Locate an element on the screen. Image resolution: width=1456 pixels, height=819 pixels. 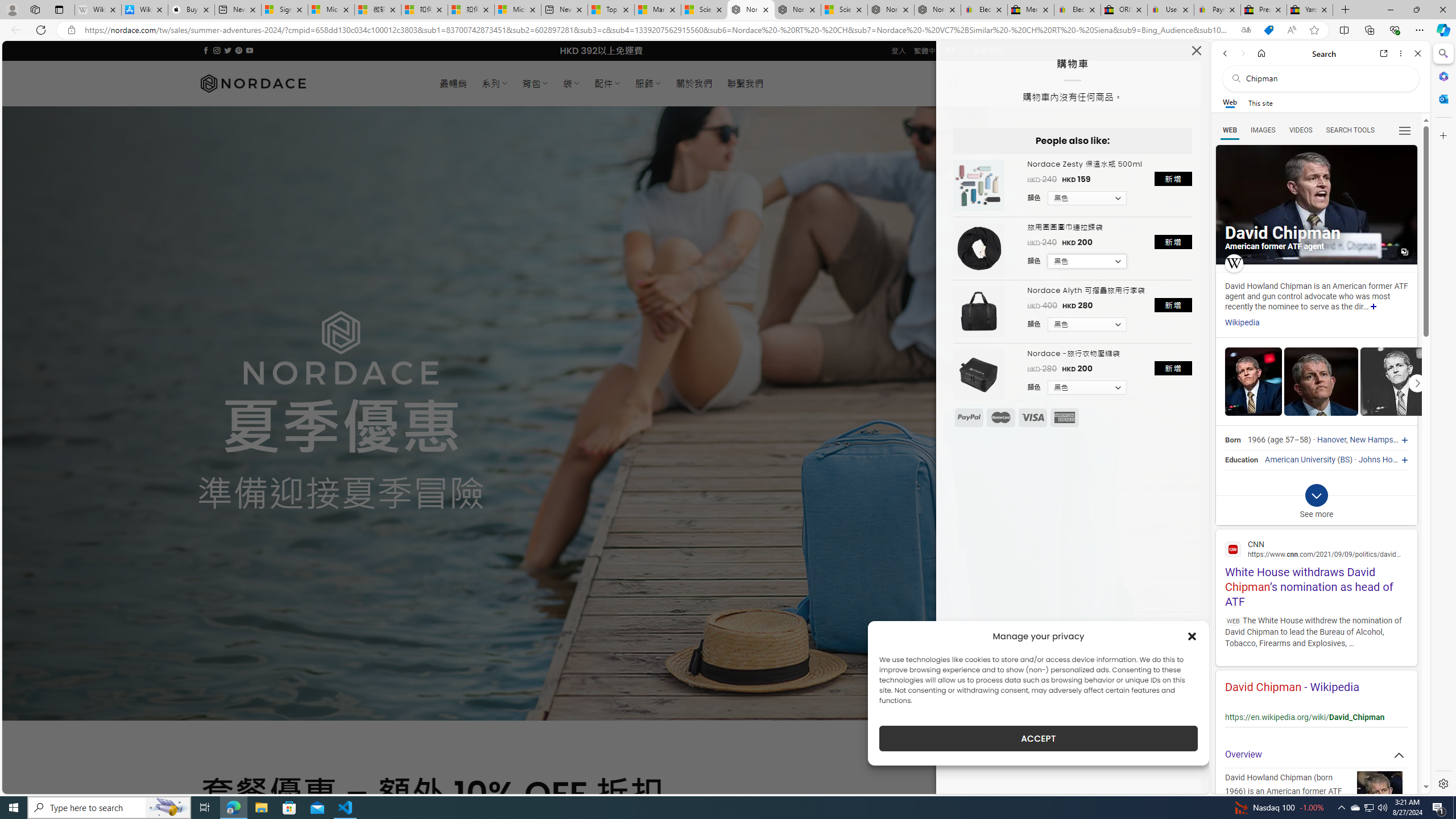
'Search Filter, WEB' is located at coordinates (1230, 129).